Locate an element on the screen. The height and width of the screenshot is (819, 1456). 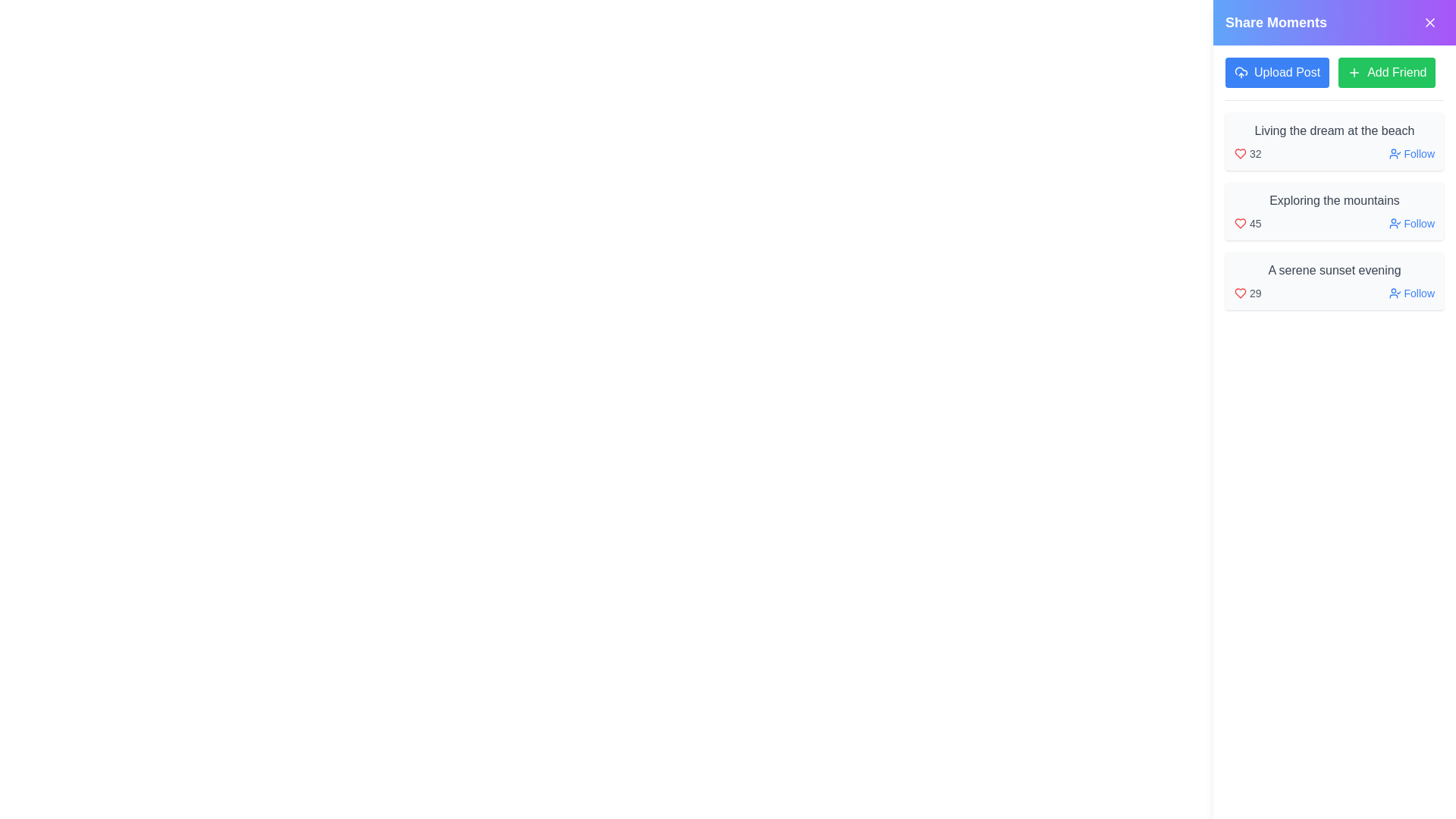
the static text element that displays the count of interactions for the 'Living the dream at the beach' post, located in the right-hand column under 'Share Moments', next to the red heart icon is located at coordinates (1255, 154).